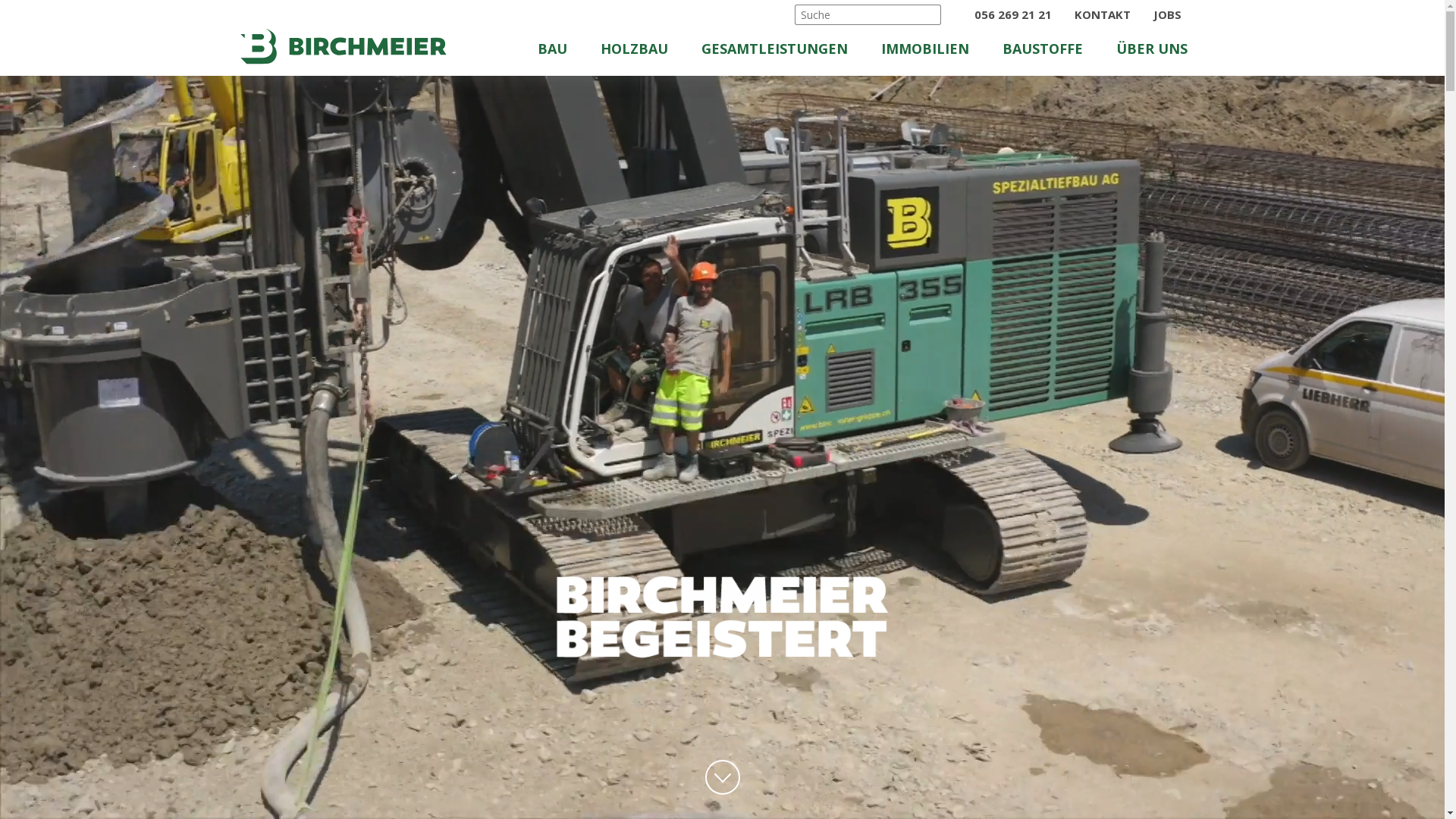 This screenshot has width=1456, height=819. Describe the element at coordinates (929, 52) in the screenshot. I see `'IMMOBILIEN'` at that location.